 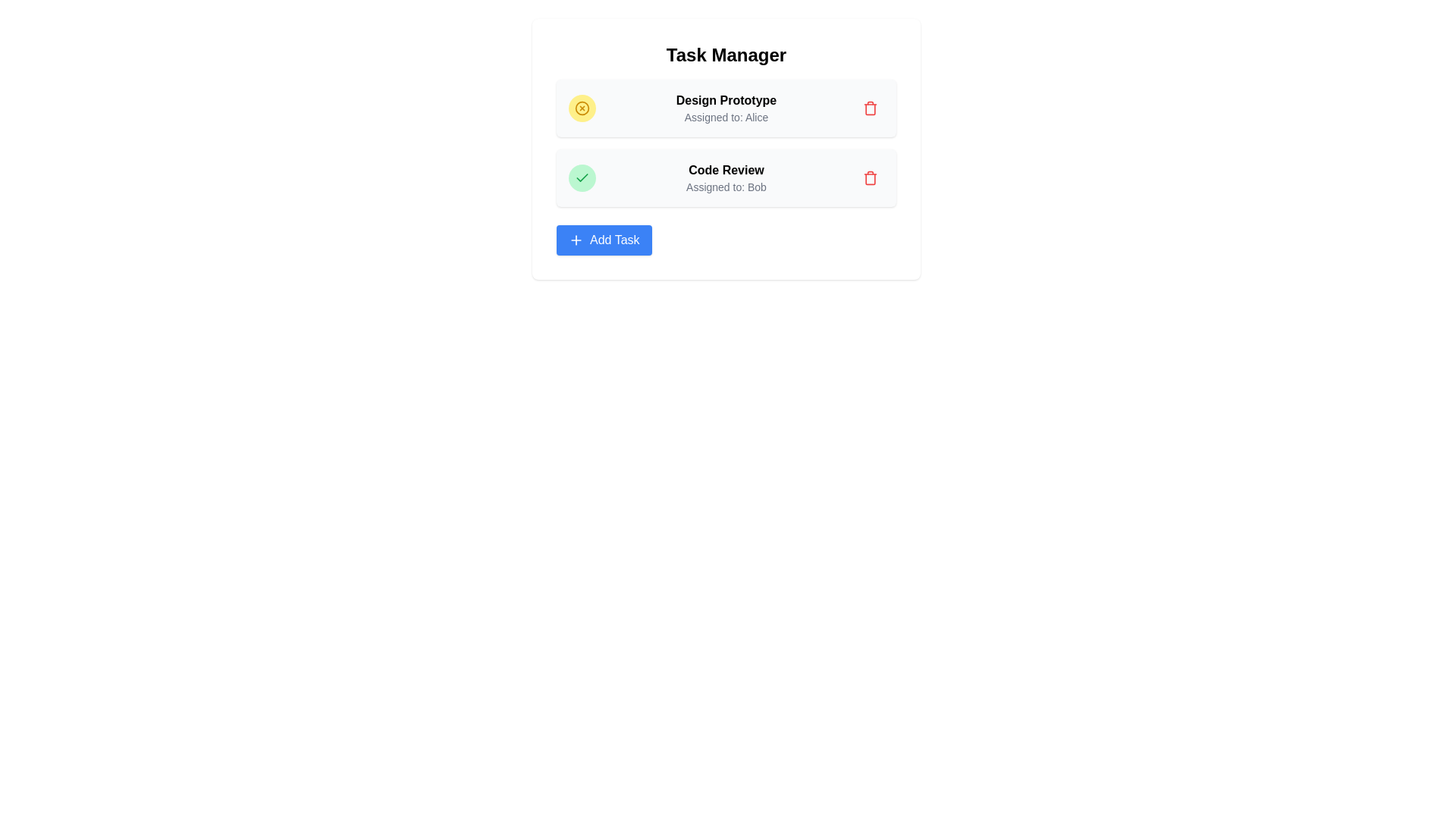 I want to click on the delete button associated with the 'Design Prototype' task, so click(x=870, y=177).